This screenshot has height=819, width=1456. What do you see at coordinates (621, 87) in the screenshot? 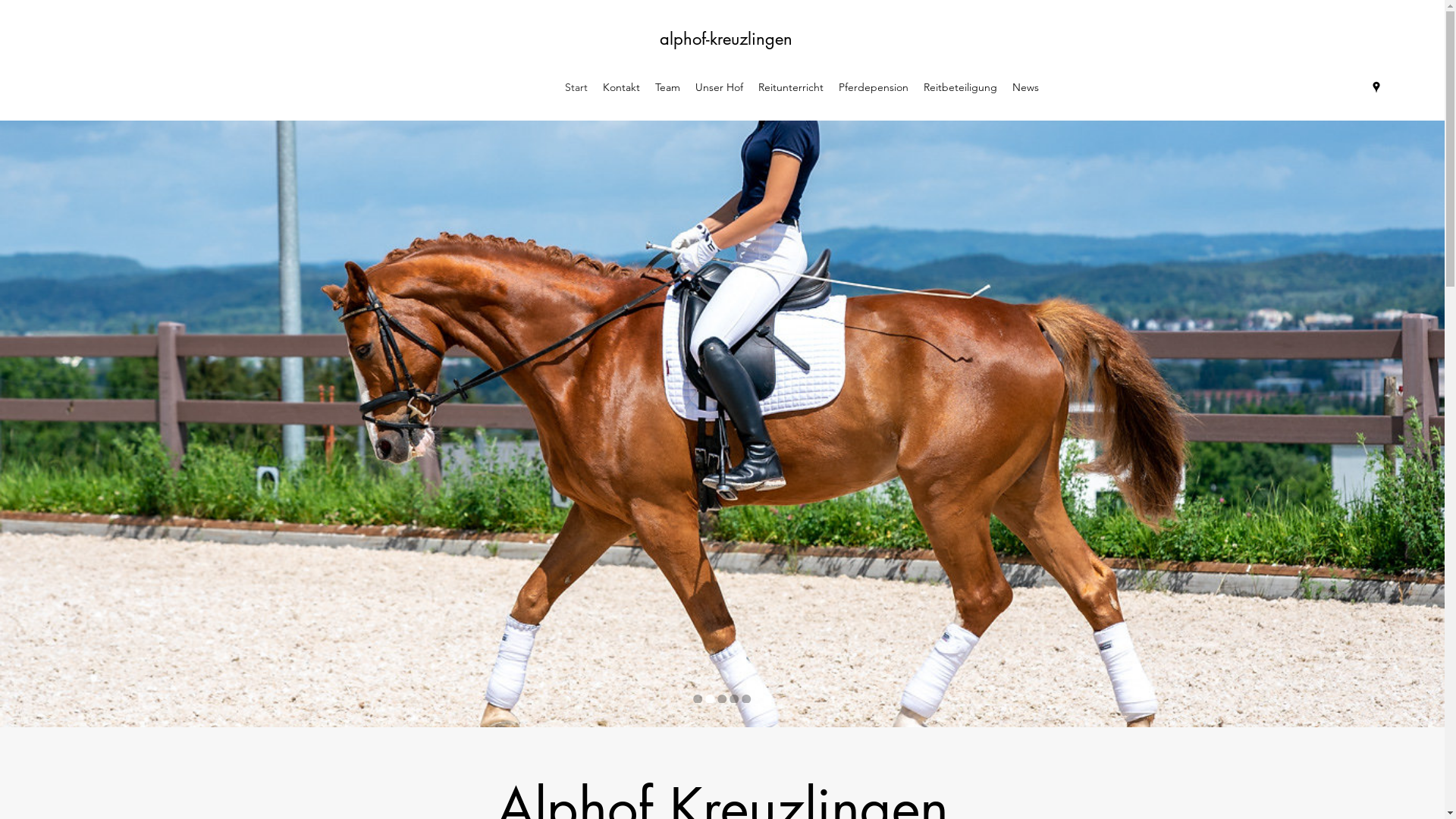
I see `'Kontakt'` at bounding box center [621, 87].